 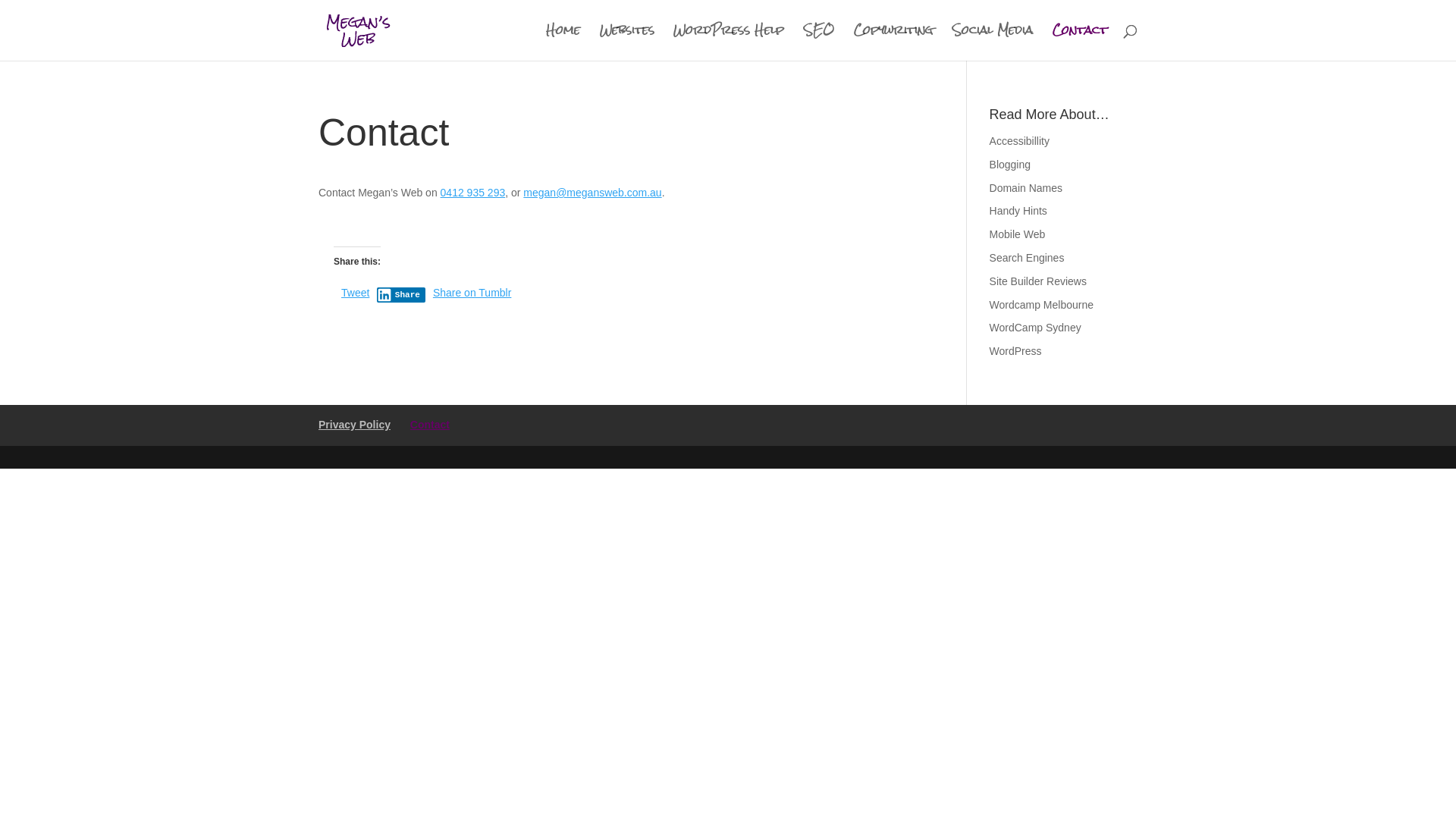 I want to click on 'WordCamp Sydney', so click(x=1034, y=327).